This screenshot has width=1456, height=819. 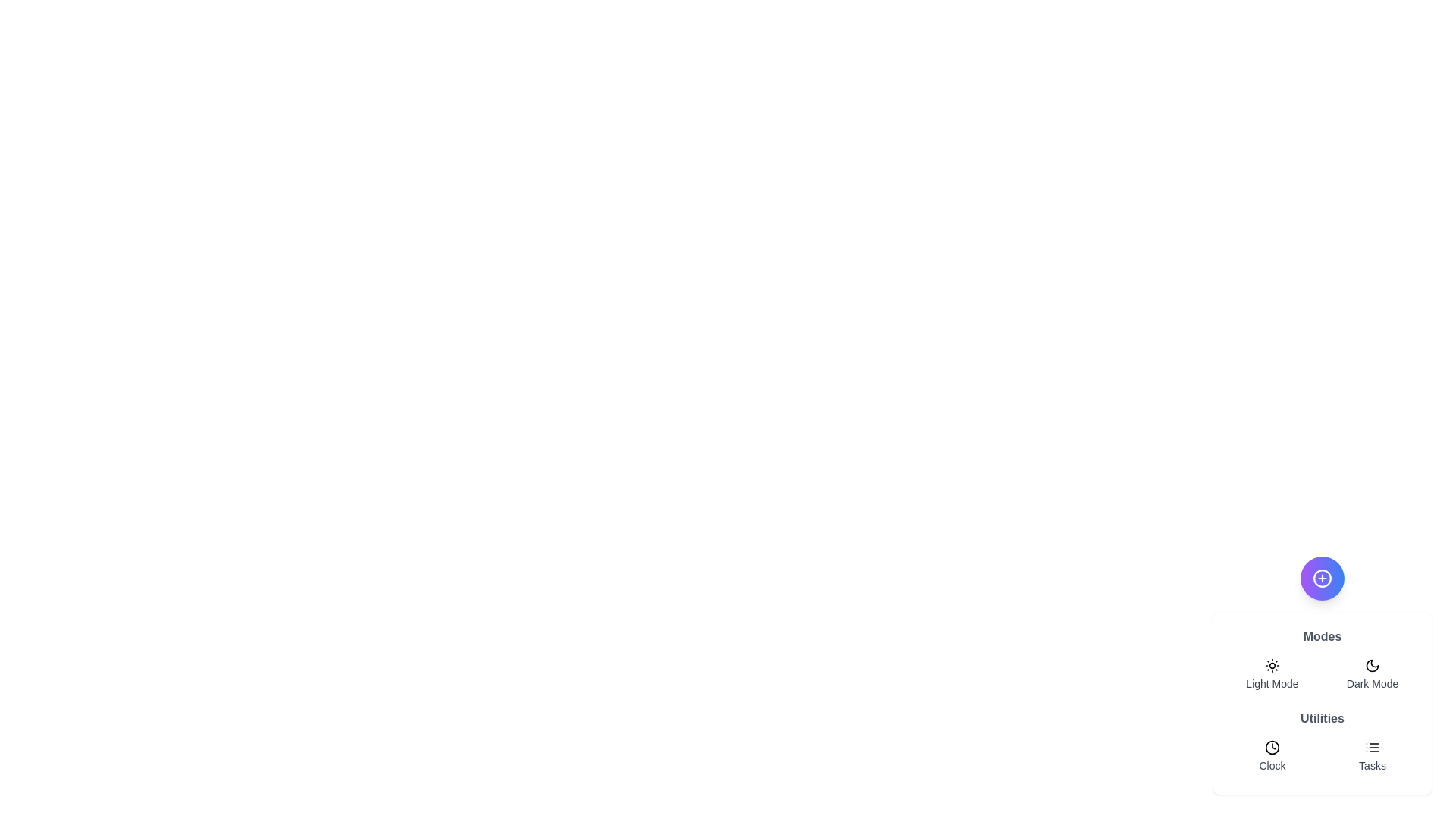 I want to click on the 'Tasks' option in the DynamicSpeedDial menu, so click(x=1372, y=757).